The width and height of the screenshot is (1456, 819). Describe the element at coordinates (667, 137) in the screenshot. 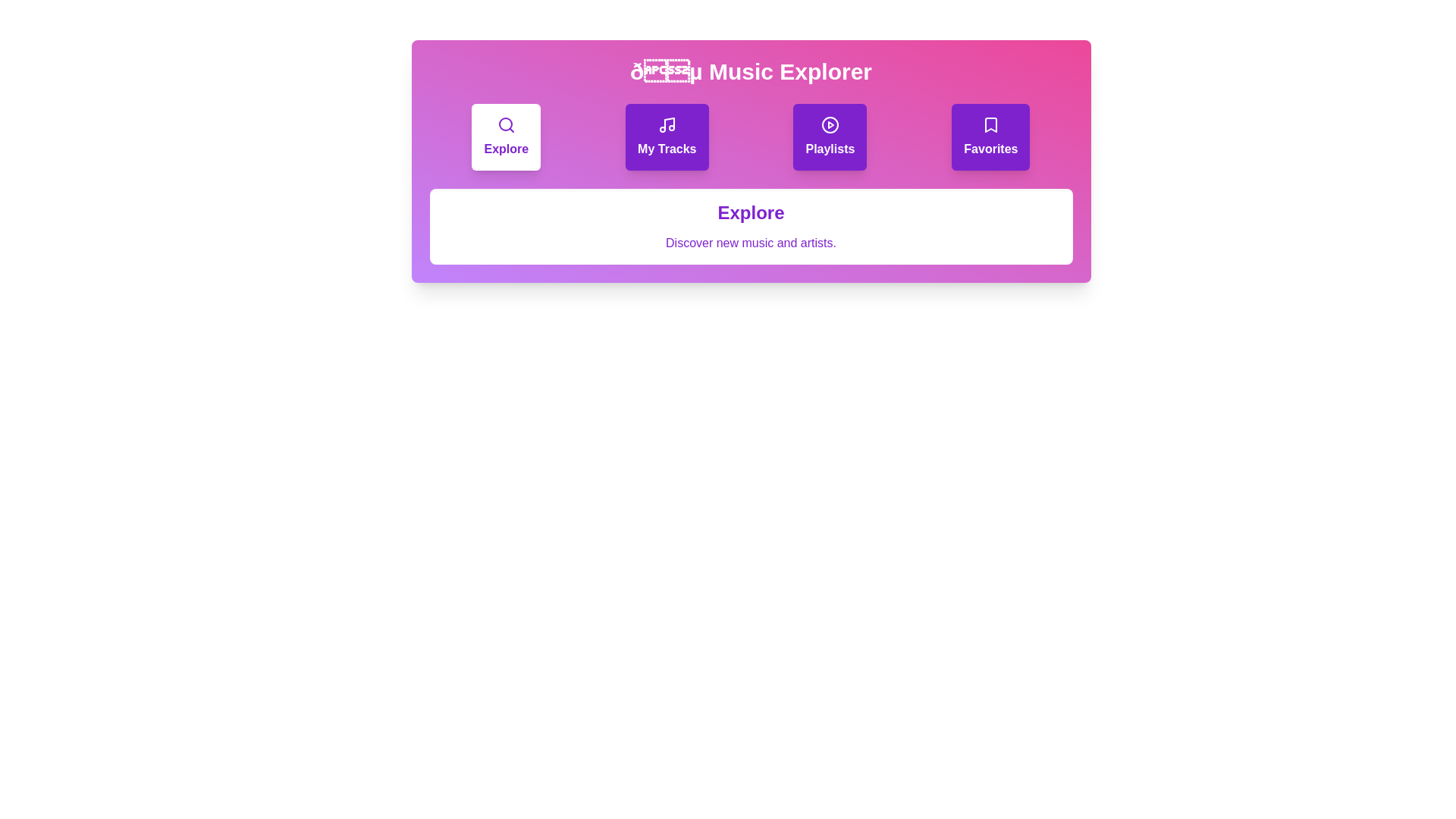

I see `the tab My Tracks` at that location.